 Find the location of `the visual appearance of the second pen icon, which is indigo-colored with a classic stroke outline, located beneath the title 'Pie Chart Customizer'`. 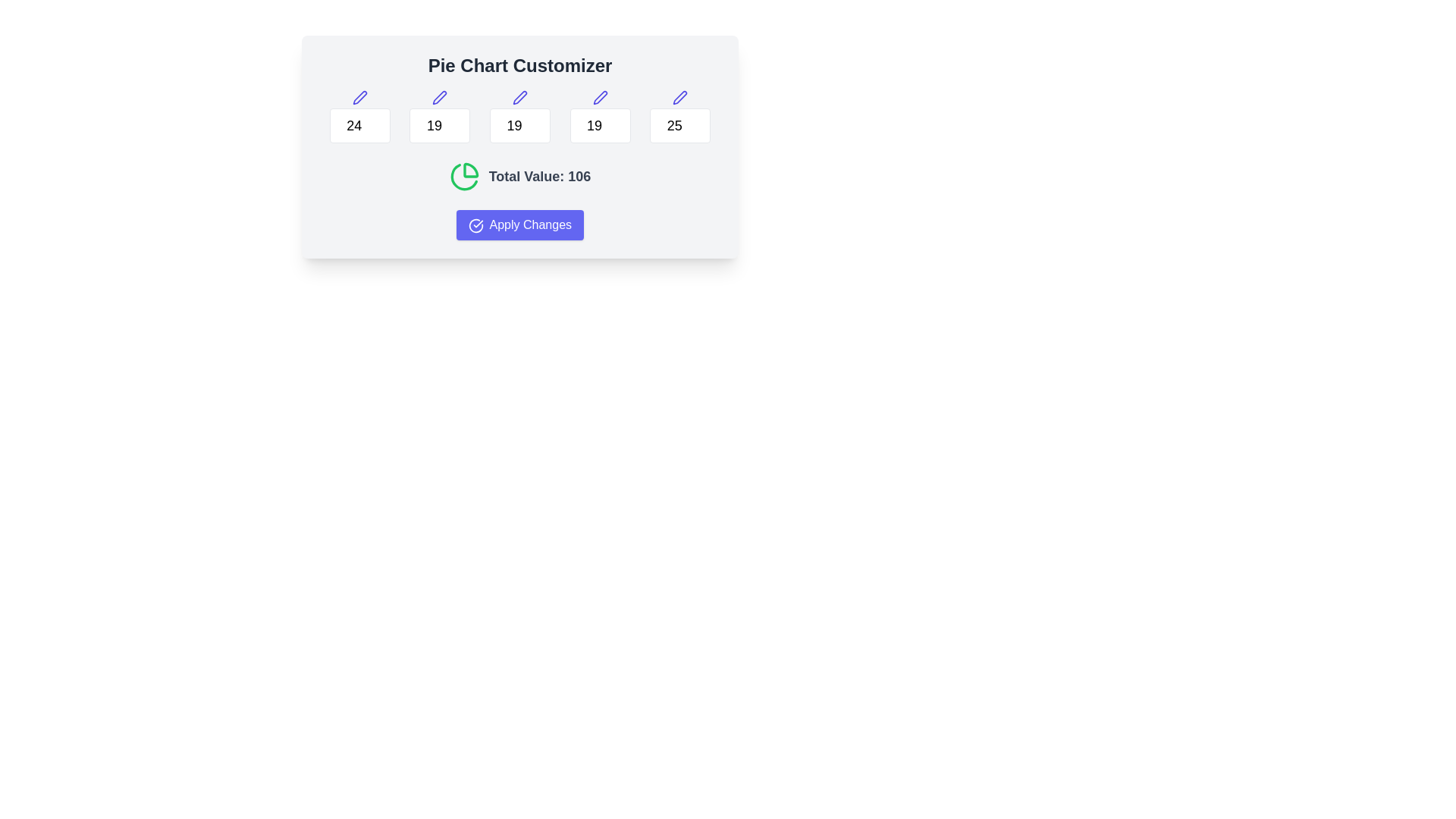

the visual appearance of the second pen icon, which is indigo-colored with a classic stroke outline, located beneath the title 'Pie Chart Customizer' is located at coordinates (359, 97).